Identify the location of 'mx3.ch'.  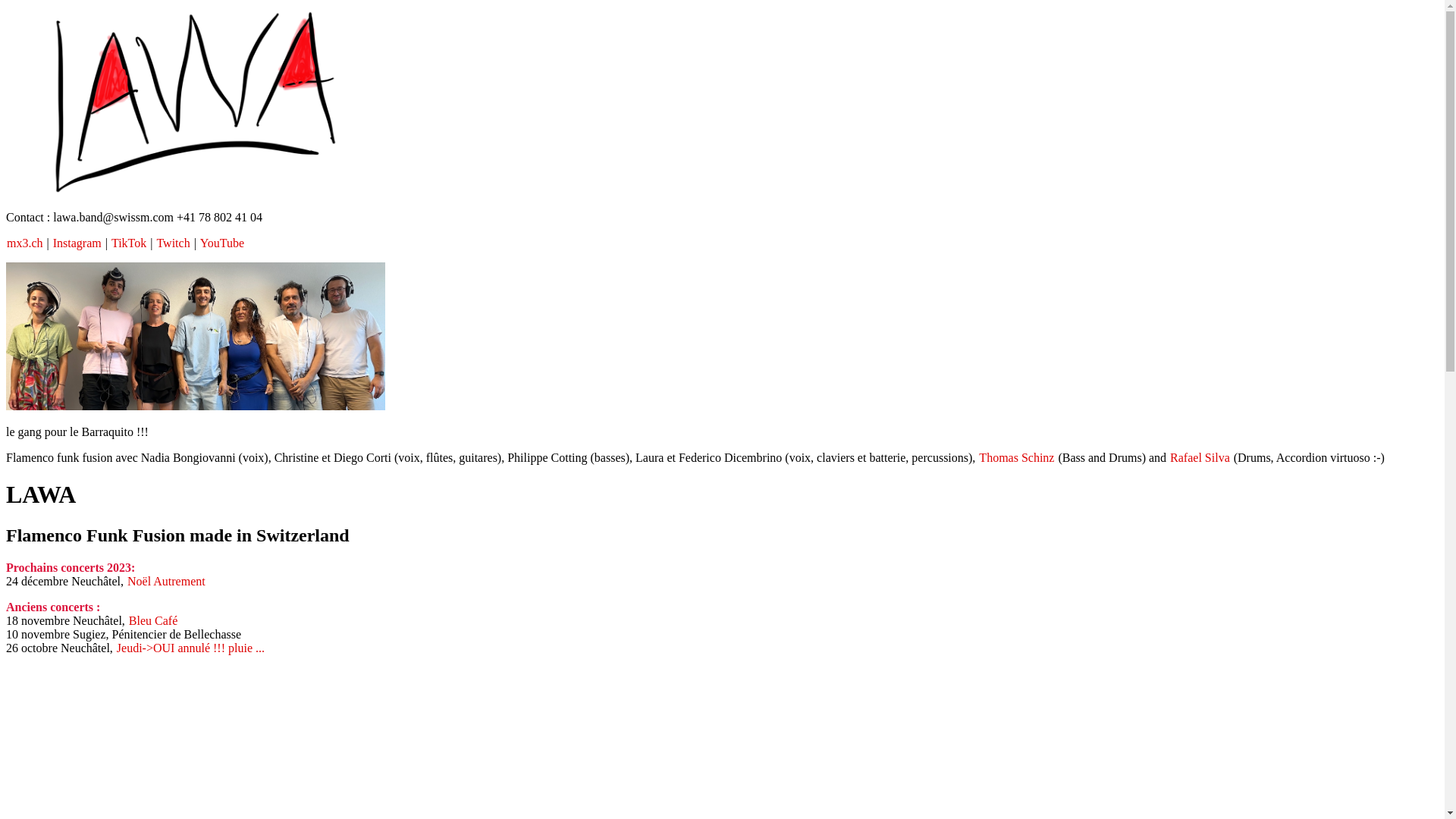
(25, 241).